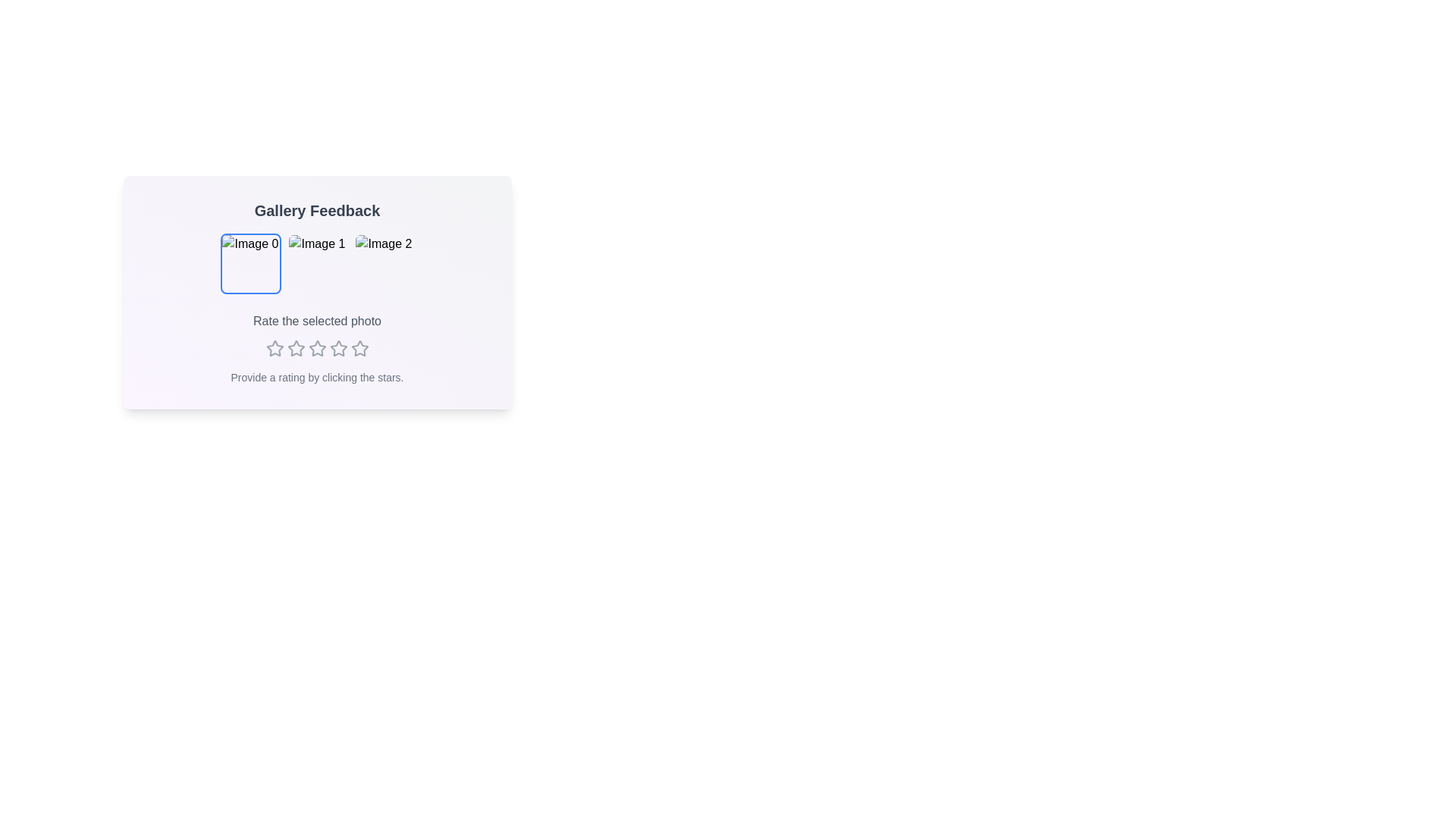  I want to click on the third star icon of the rating system, so click(337, 348).